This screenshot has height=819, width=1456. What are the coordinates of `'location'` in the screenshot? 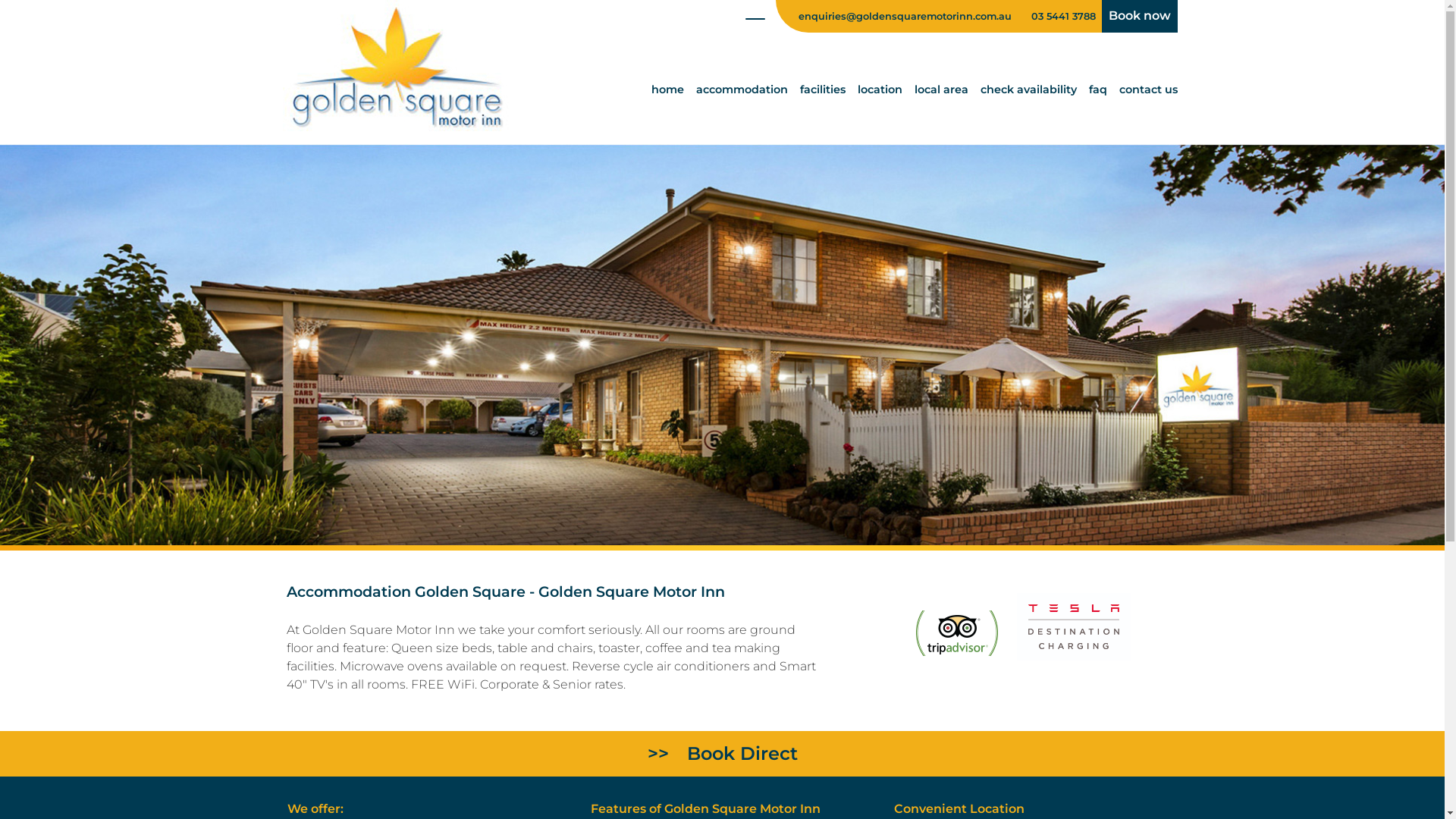 It's located at (879, 89).